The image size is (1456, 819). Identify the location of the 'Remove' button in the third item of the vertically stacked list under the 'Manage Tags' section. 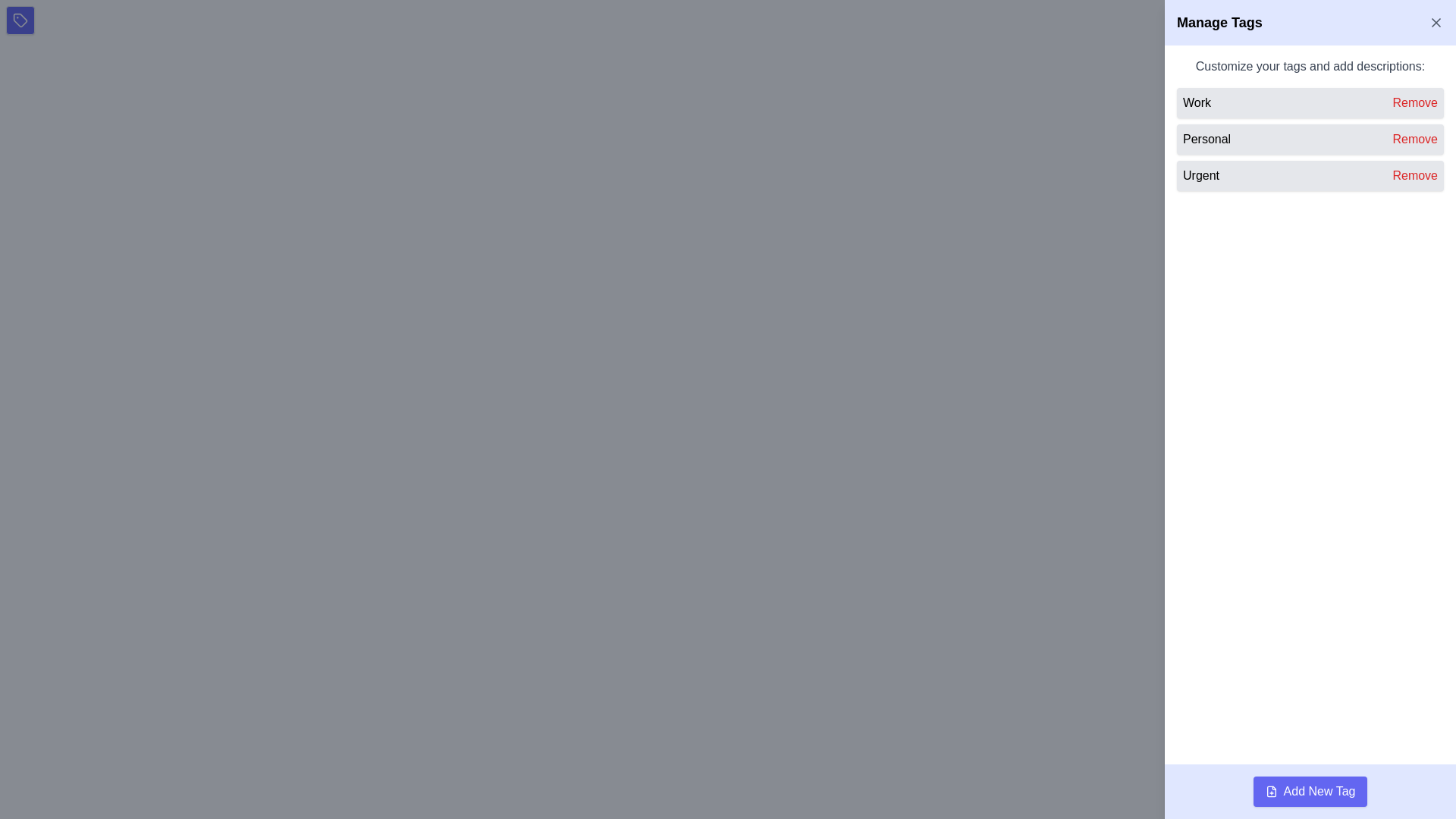
(1310, 174).